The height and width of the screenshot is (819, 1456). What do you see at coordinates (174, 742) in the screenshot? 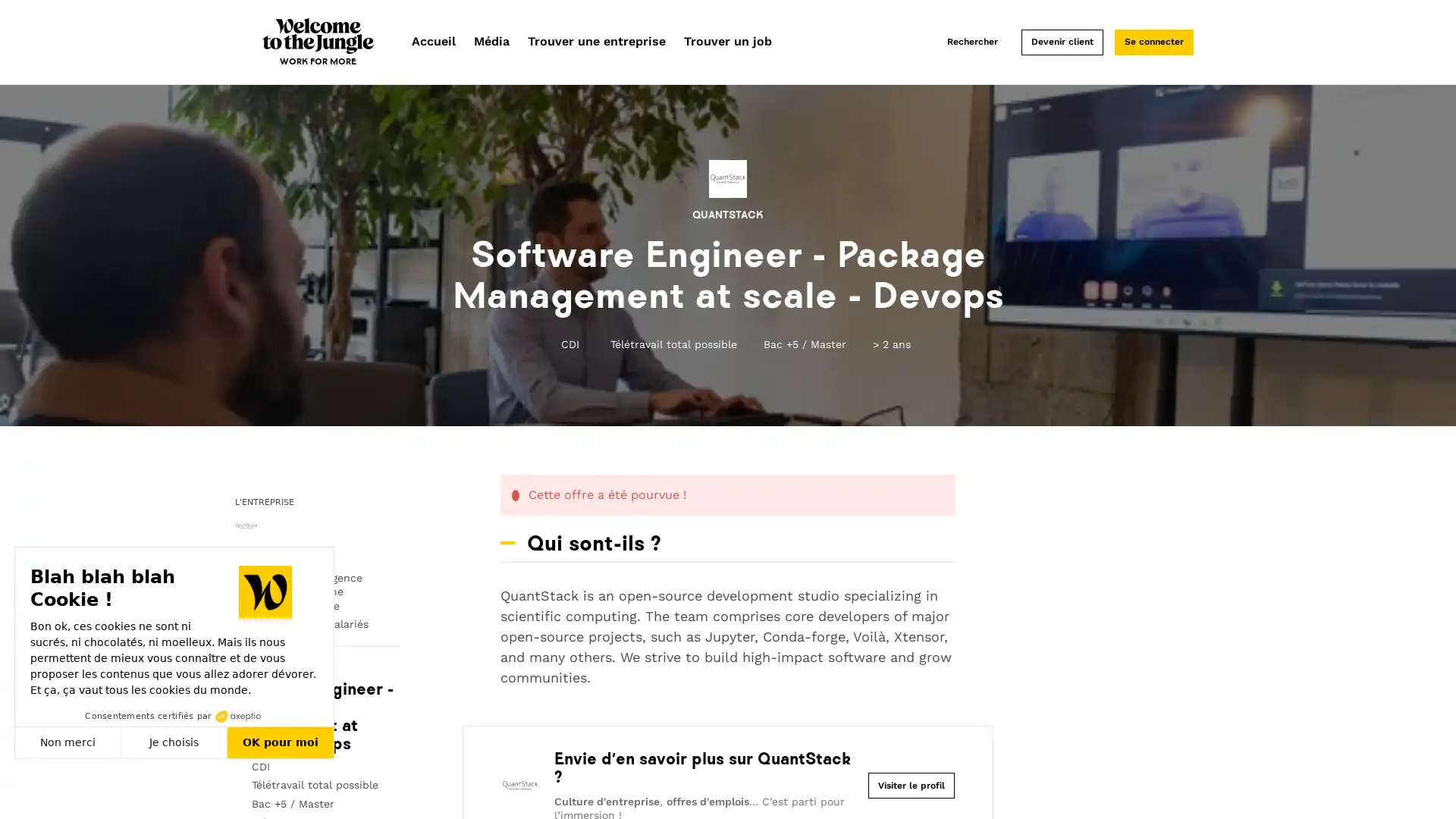
I see `Je choisis` at bounding box center [174, 742].